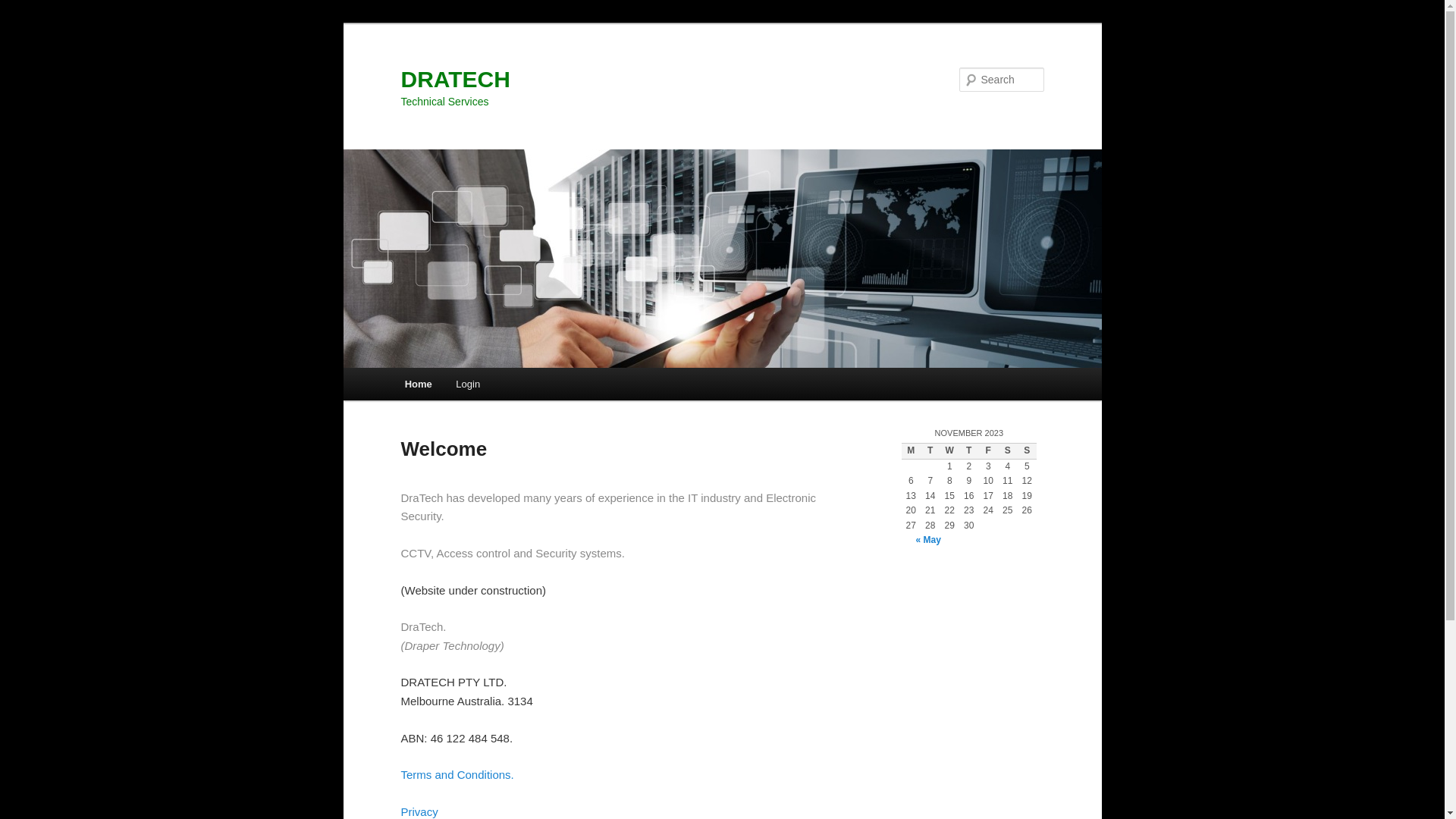 This screenshot has width=1456, height=819. I want to click on 'Privacy', so click(419, 811).